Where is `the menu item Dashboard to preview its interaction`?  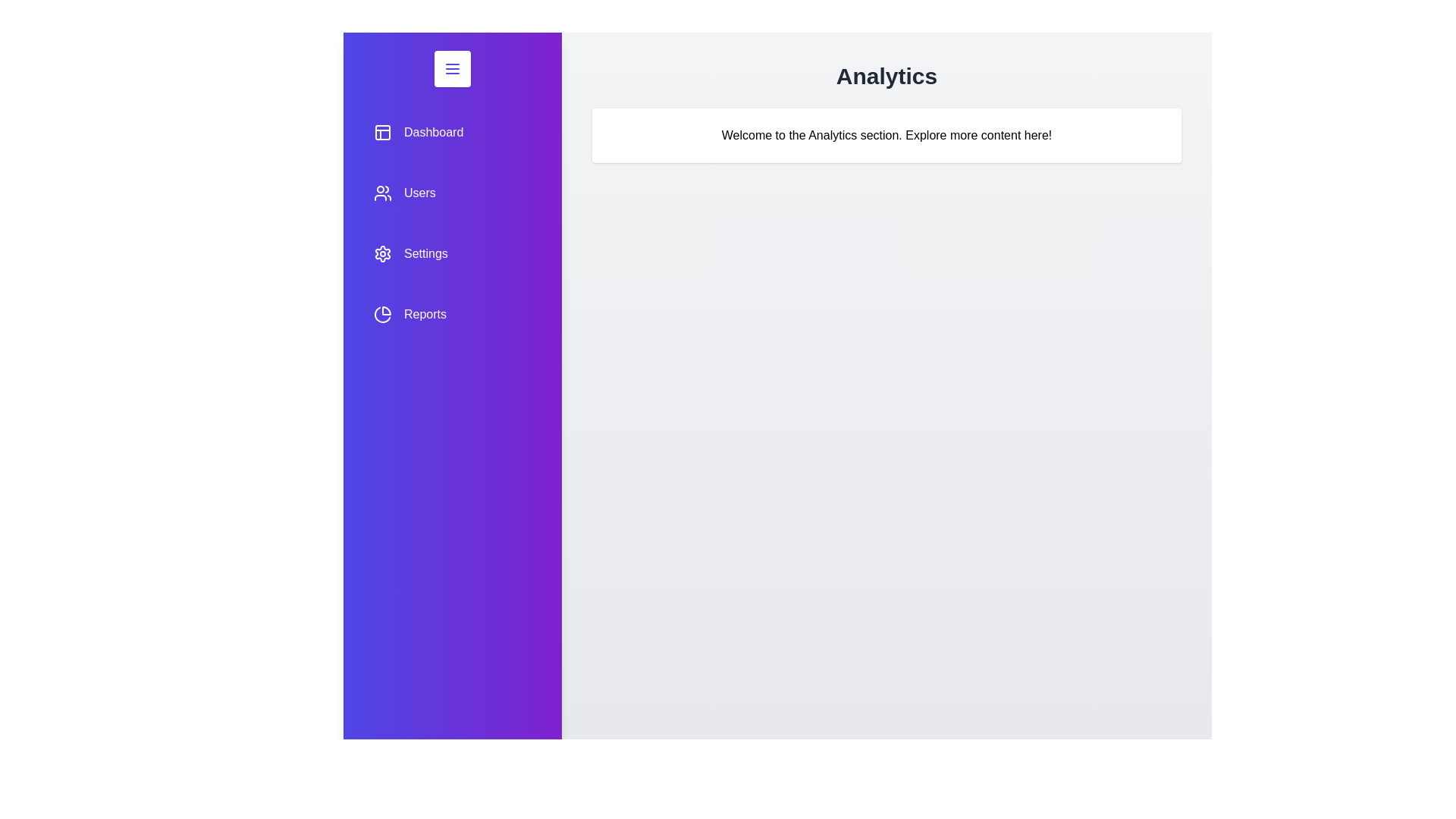 the menu item Dashboard to preview its interaction is located at coordinates (451, 131).